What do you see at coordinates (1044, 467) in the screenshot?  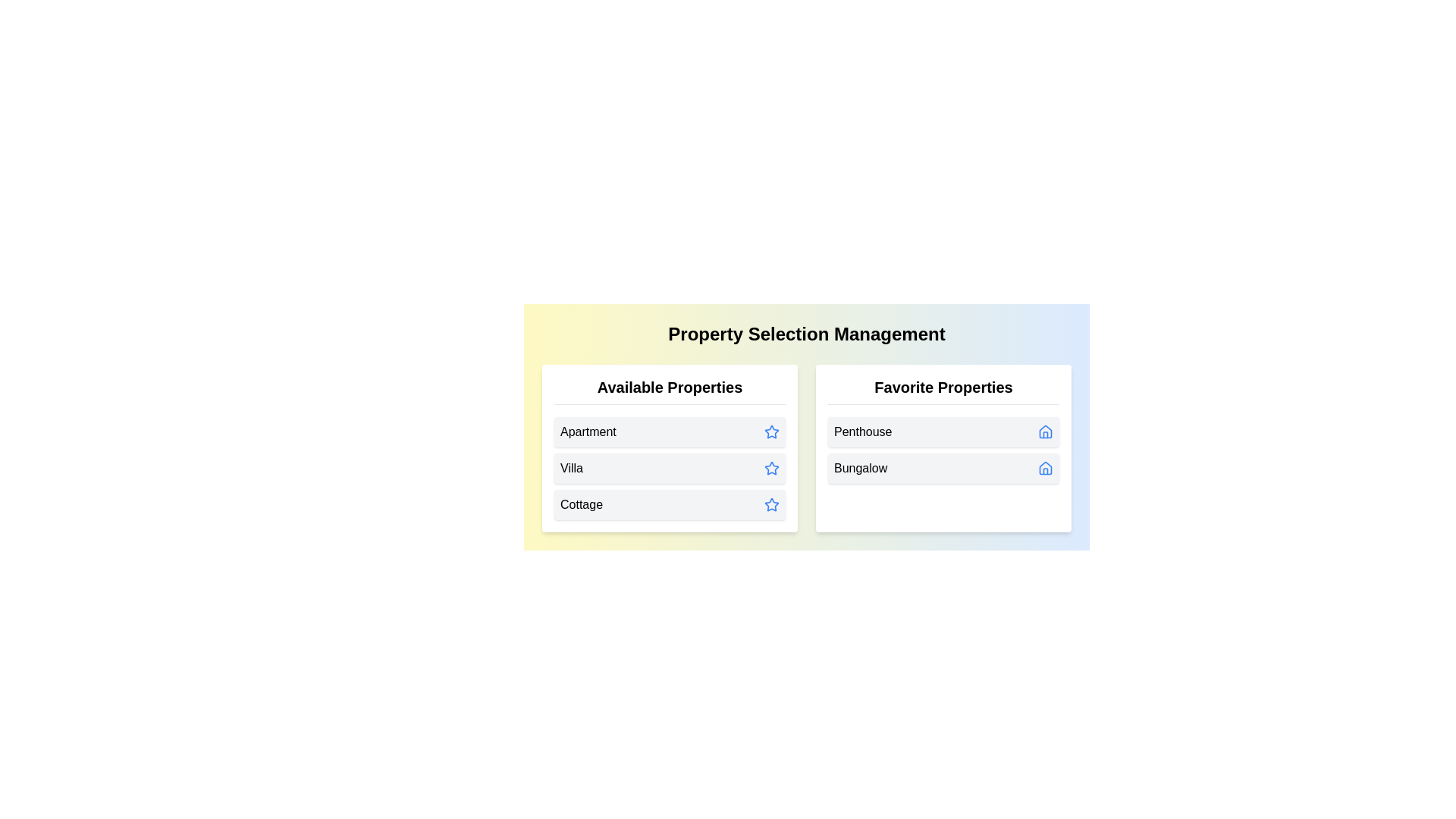 I see `the home icon next to the property Bungalow in the 'Favorite Properties' list to transfer it to 'Available Properties'` at bounding box center [1044, 467].